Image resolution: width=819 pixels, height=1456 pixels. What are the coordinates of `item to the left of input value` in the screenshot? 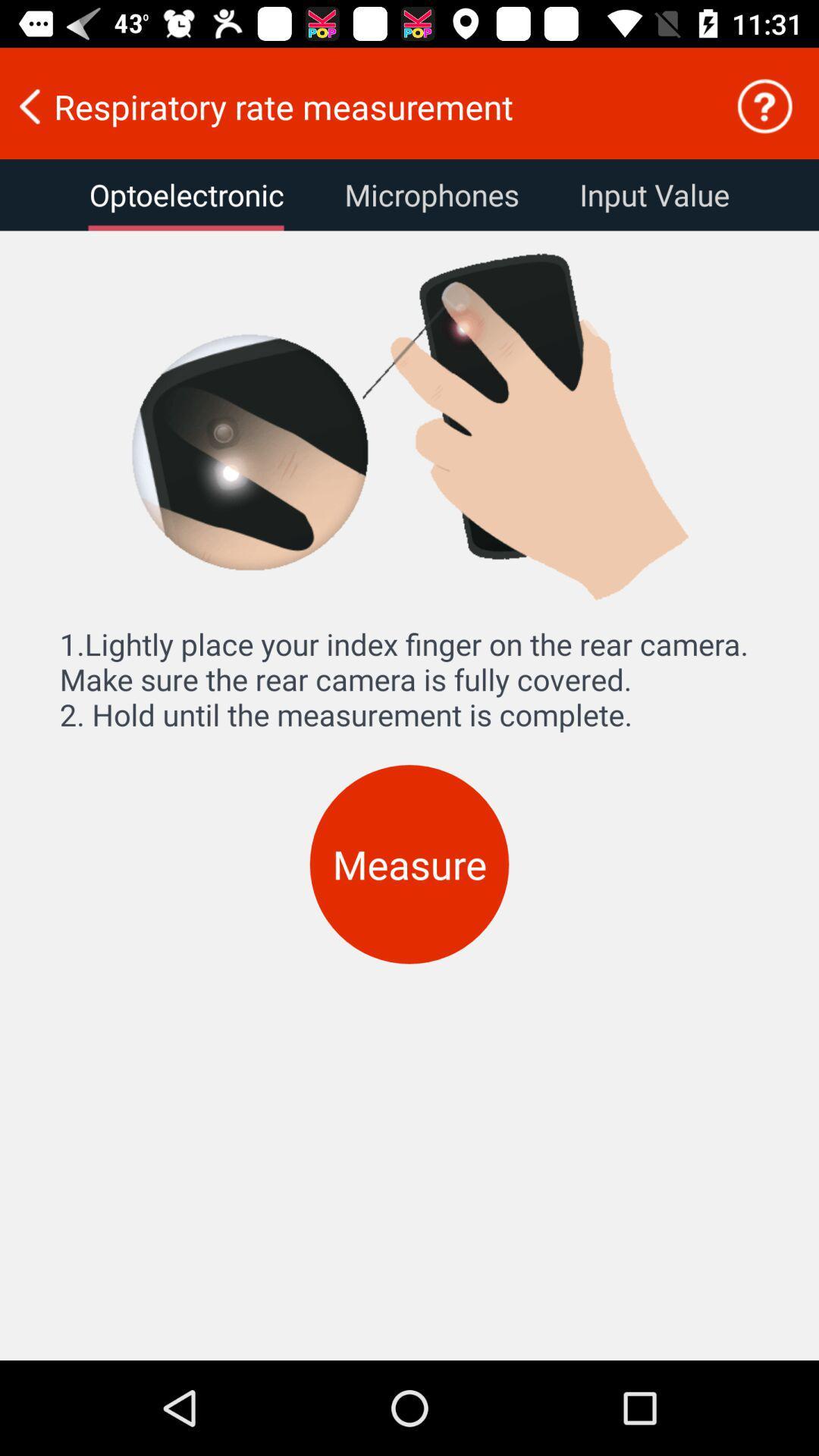 It's located at (431, 194).